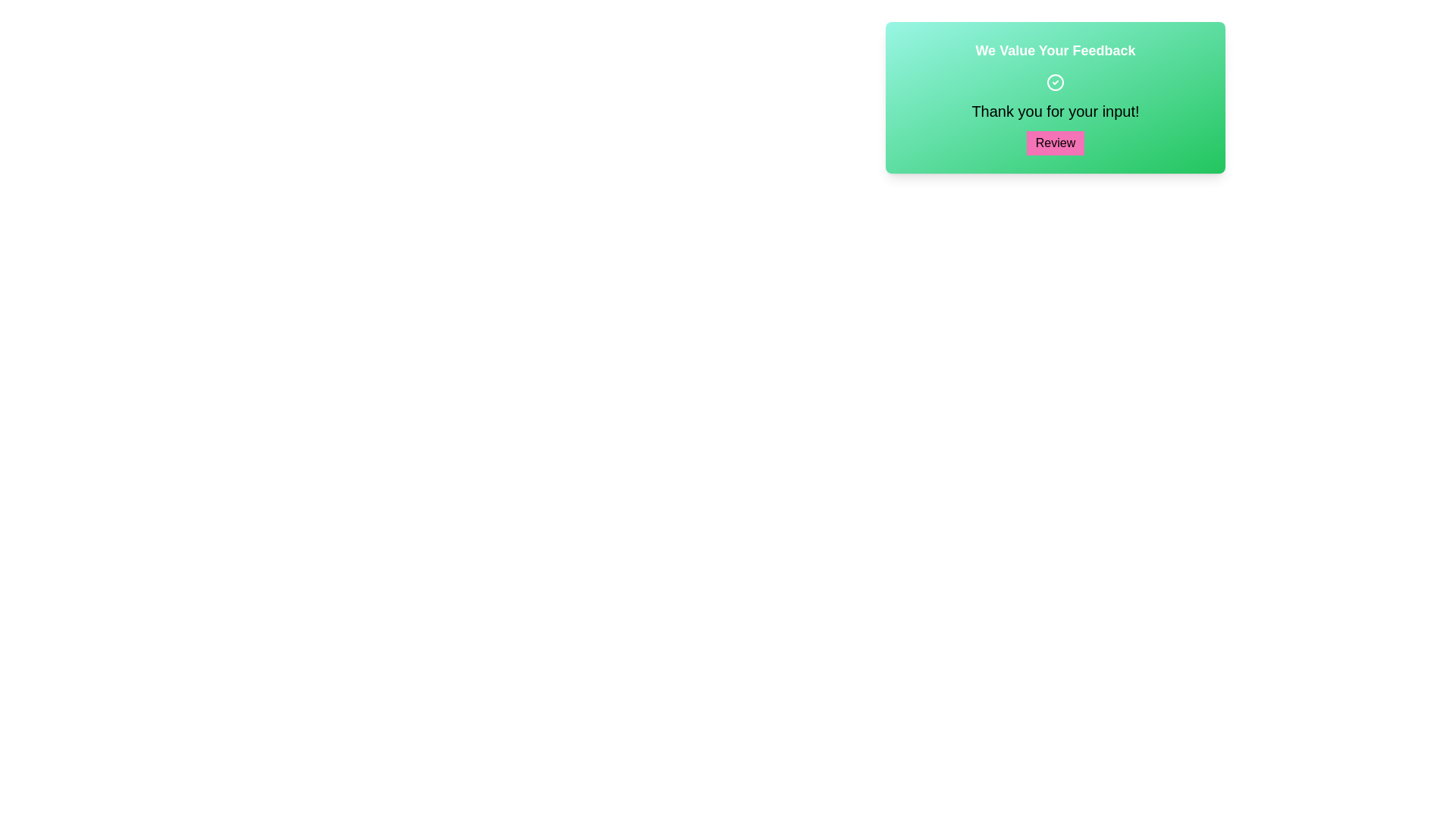  I want to click on the circular icon with a checkmark inside, which is centrally positioned in the green feedback widget above the text 'Thank you for your input!' and below the title 'We Value Your Feedback', so click(1055, 82).